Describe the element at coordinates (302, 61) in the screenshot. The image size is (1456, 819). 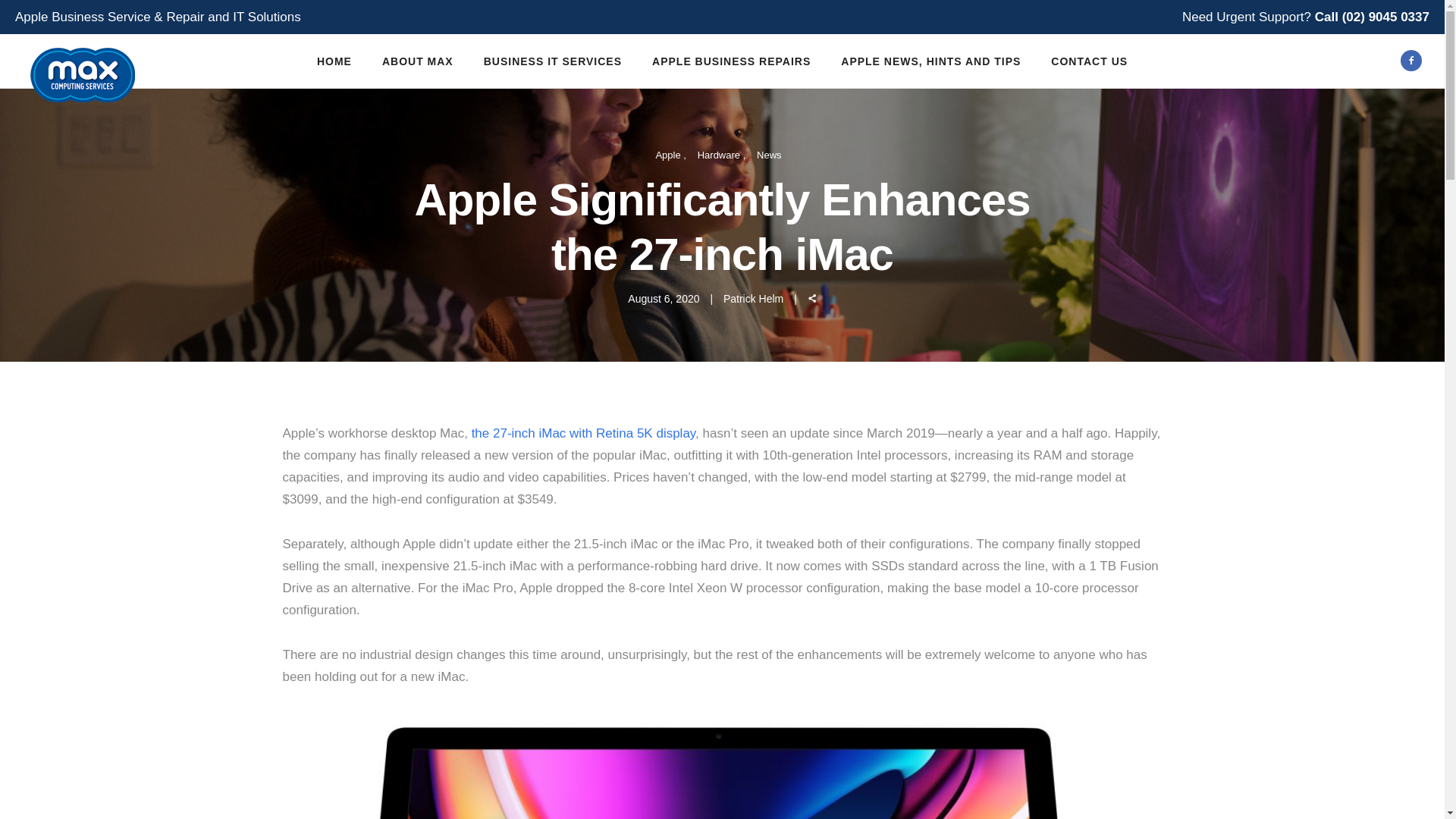
I see `'HOME'` at that location.